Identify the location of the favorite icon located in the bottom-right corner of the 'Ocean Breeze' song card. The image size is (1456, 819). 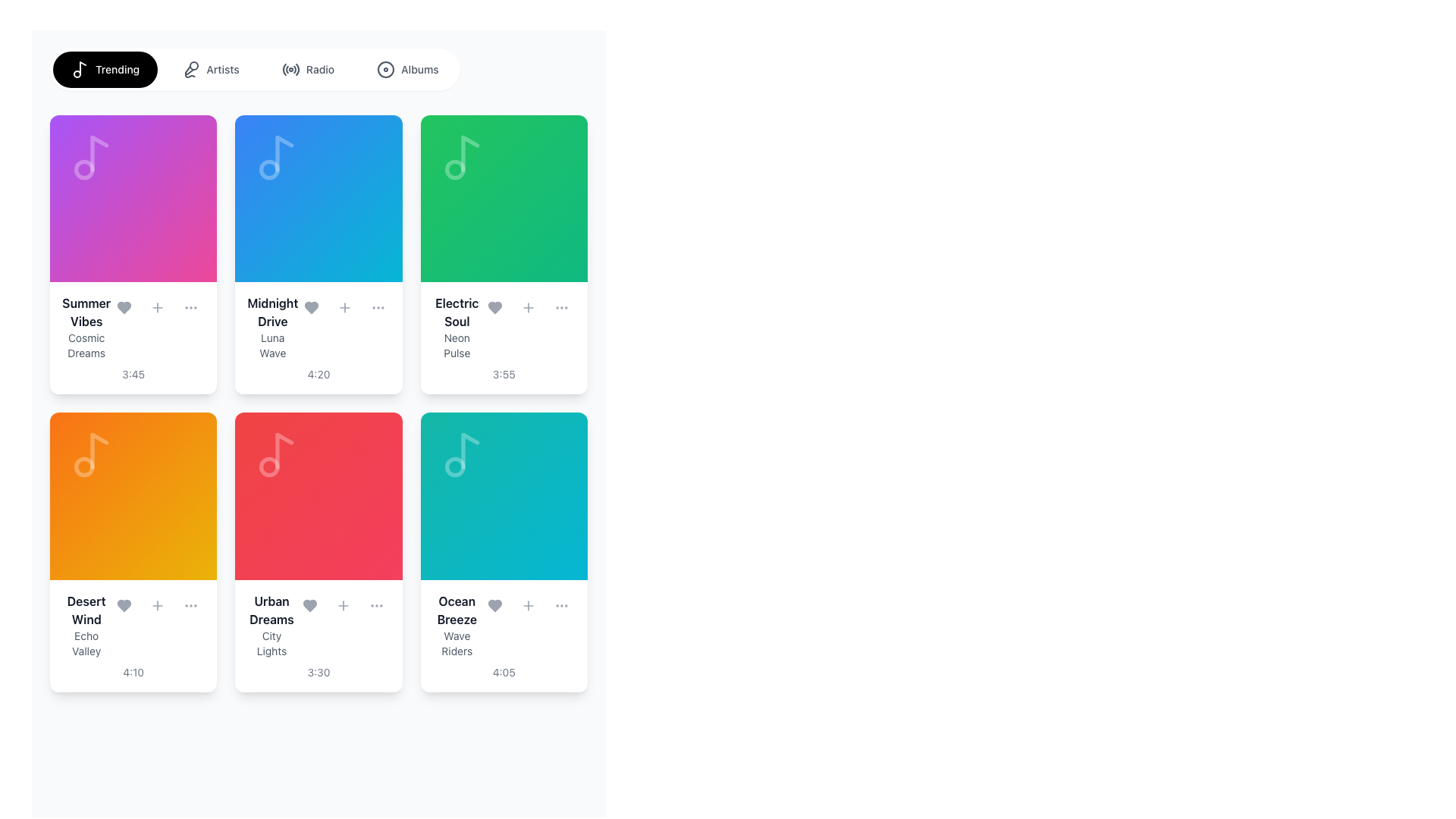
(494, 604).